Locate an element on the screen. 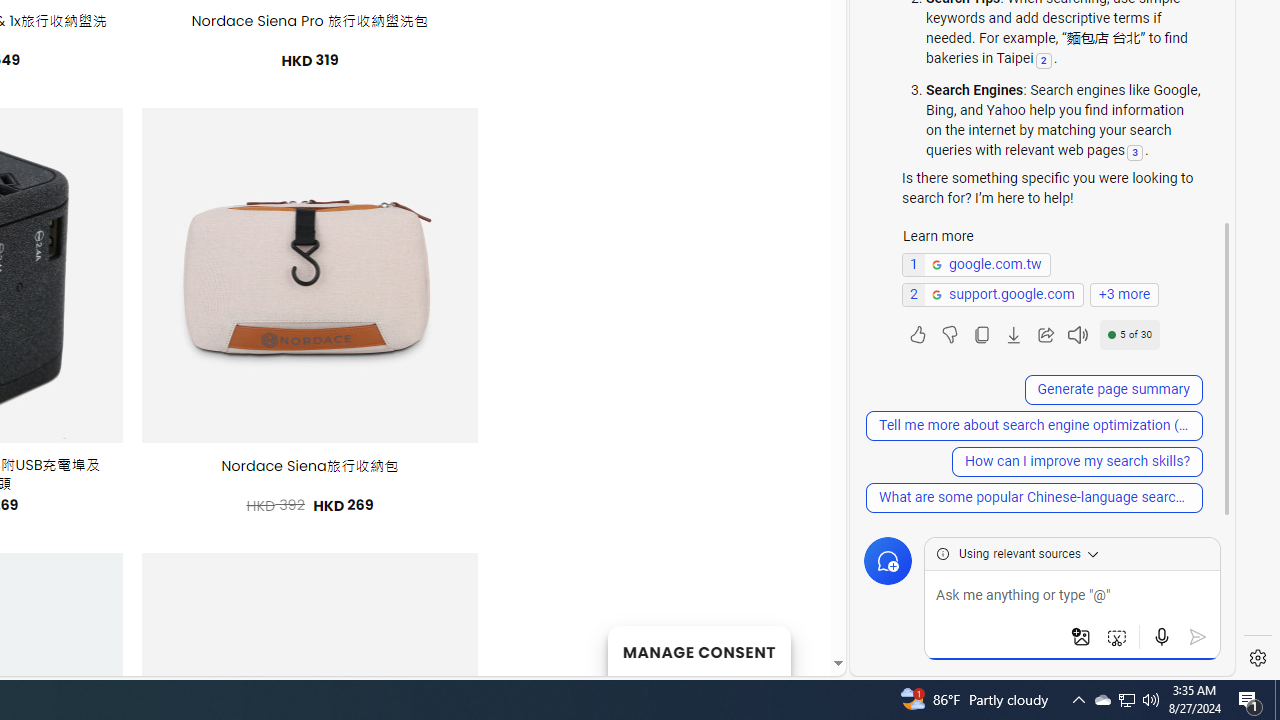 The image size is (1280, 720). 'MANAGE CONSENT' is located at coordinates (698, 650).